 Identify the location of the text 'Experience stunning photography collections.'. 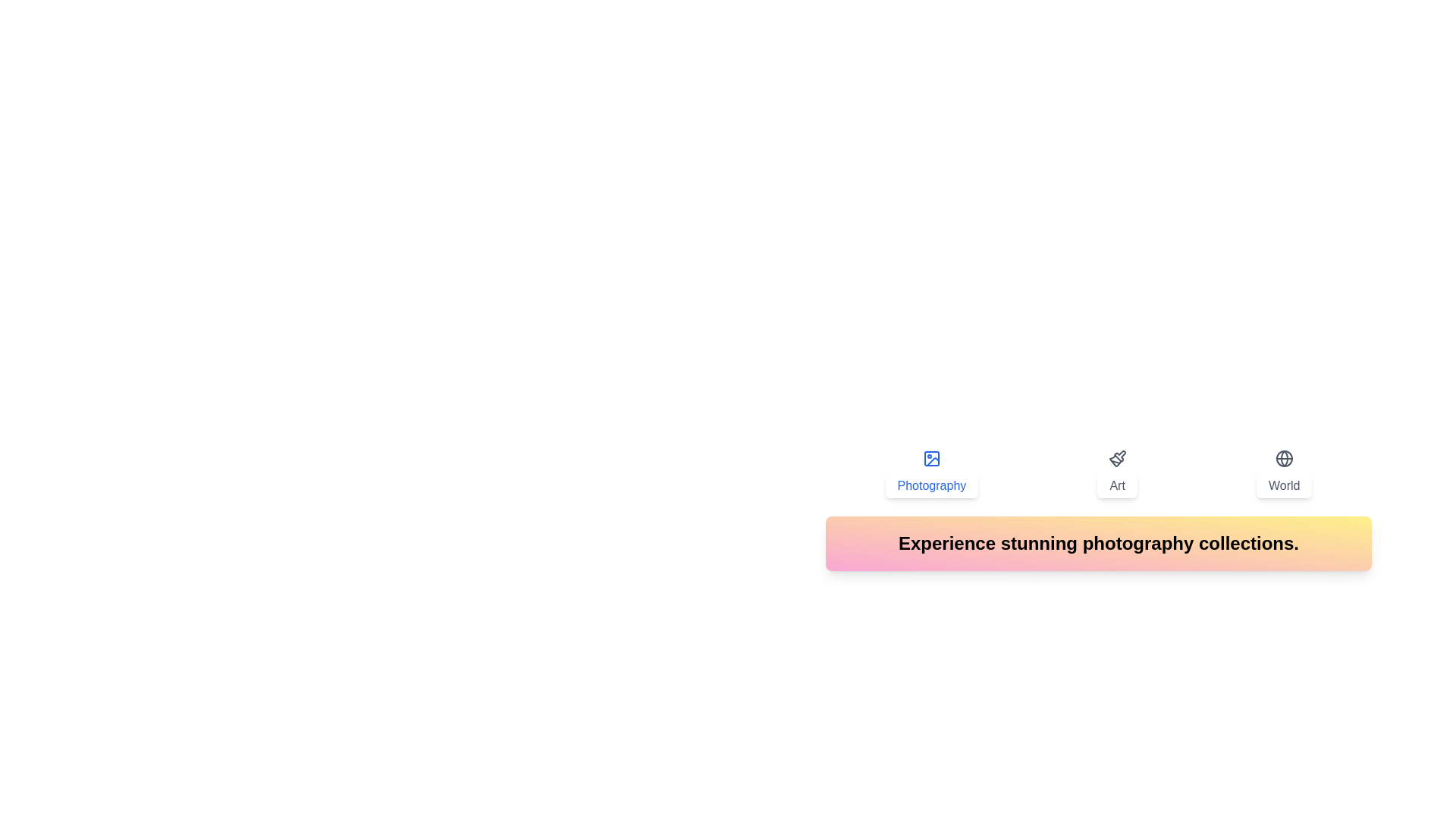
(1099, 543).